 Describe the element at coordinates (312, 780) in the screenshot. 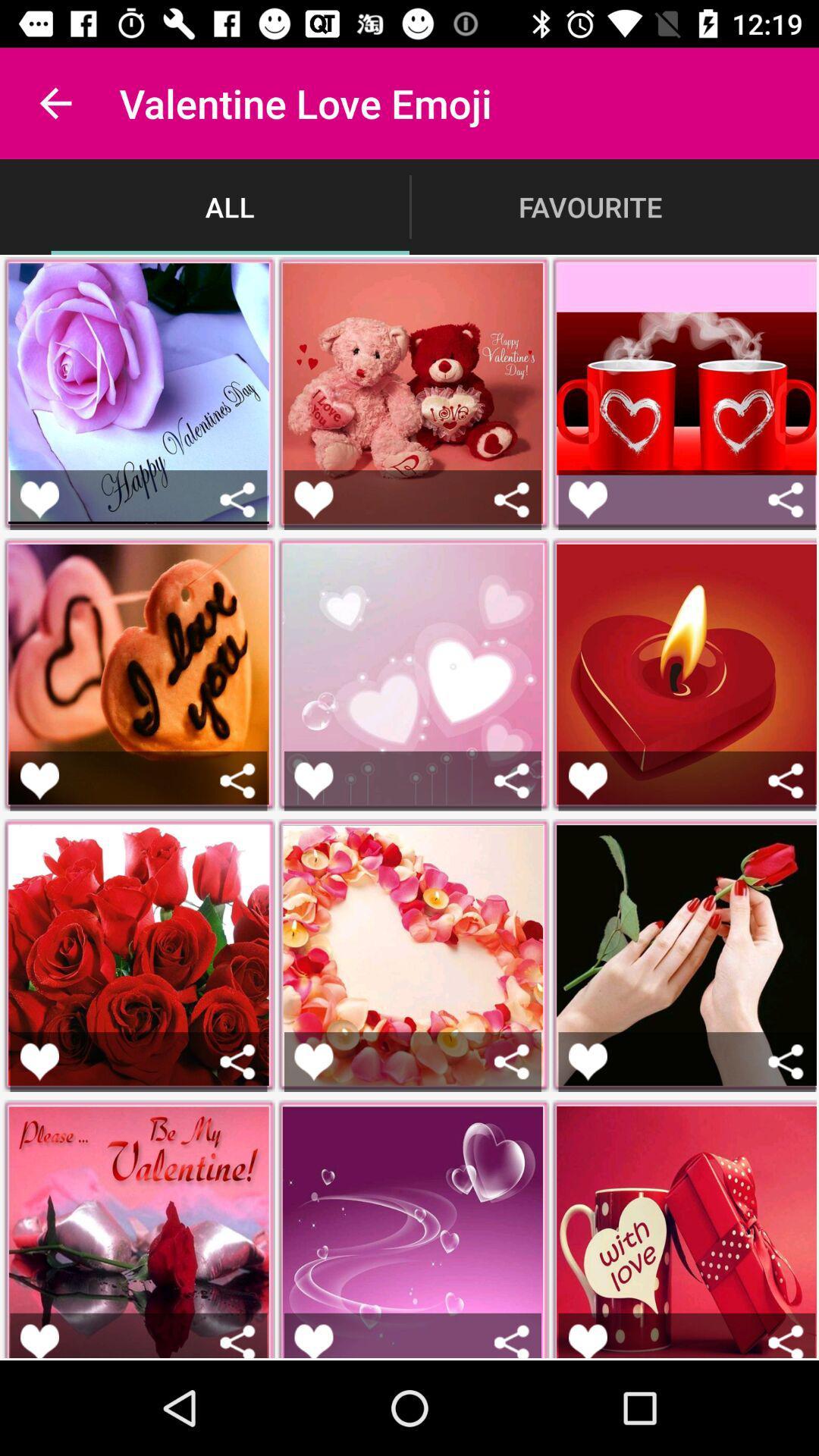

I see `like/save` at that location.